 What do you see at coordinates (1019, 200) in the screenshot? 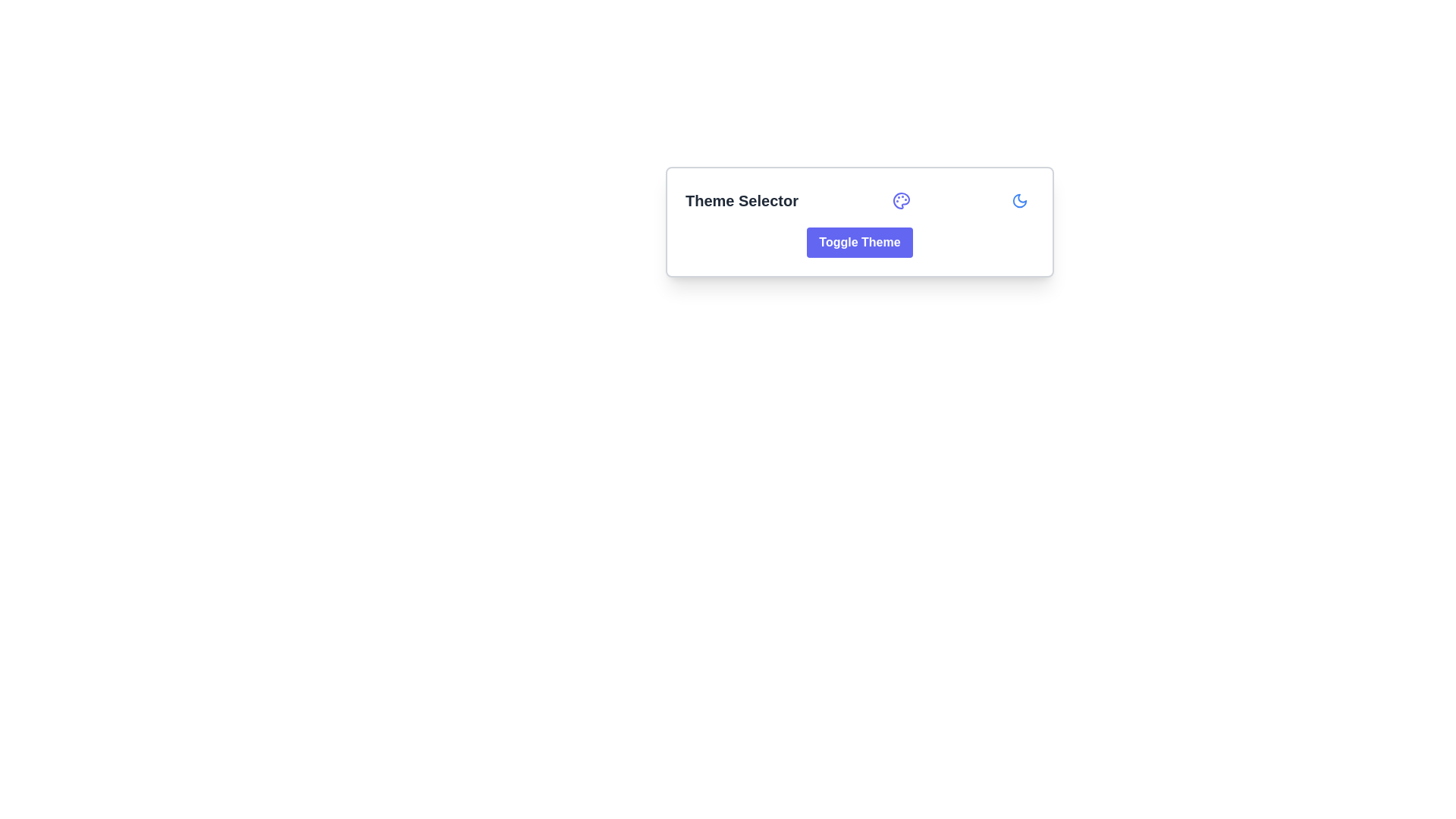
I see `the moon icon, which is a blue-tinted circular shape with a crescent-like cutout, located in the top-right corner of the theme selector card` at bounding box center [1019, 200].